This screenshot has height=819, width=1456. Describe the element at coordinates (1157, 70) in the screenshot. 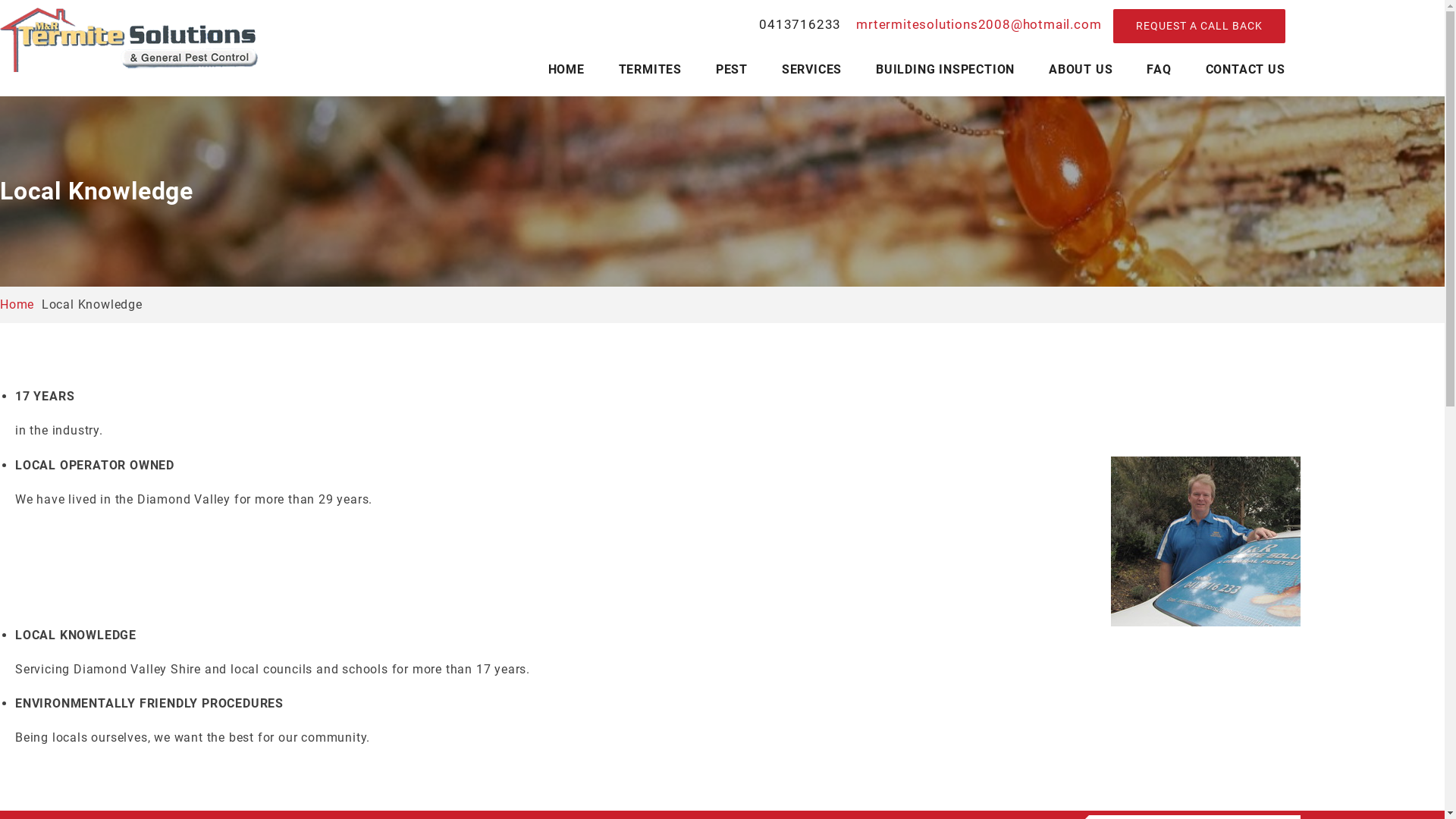

I see `'FAQ'` at that location.